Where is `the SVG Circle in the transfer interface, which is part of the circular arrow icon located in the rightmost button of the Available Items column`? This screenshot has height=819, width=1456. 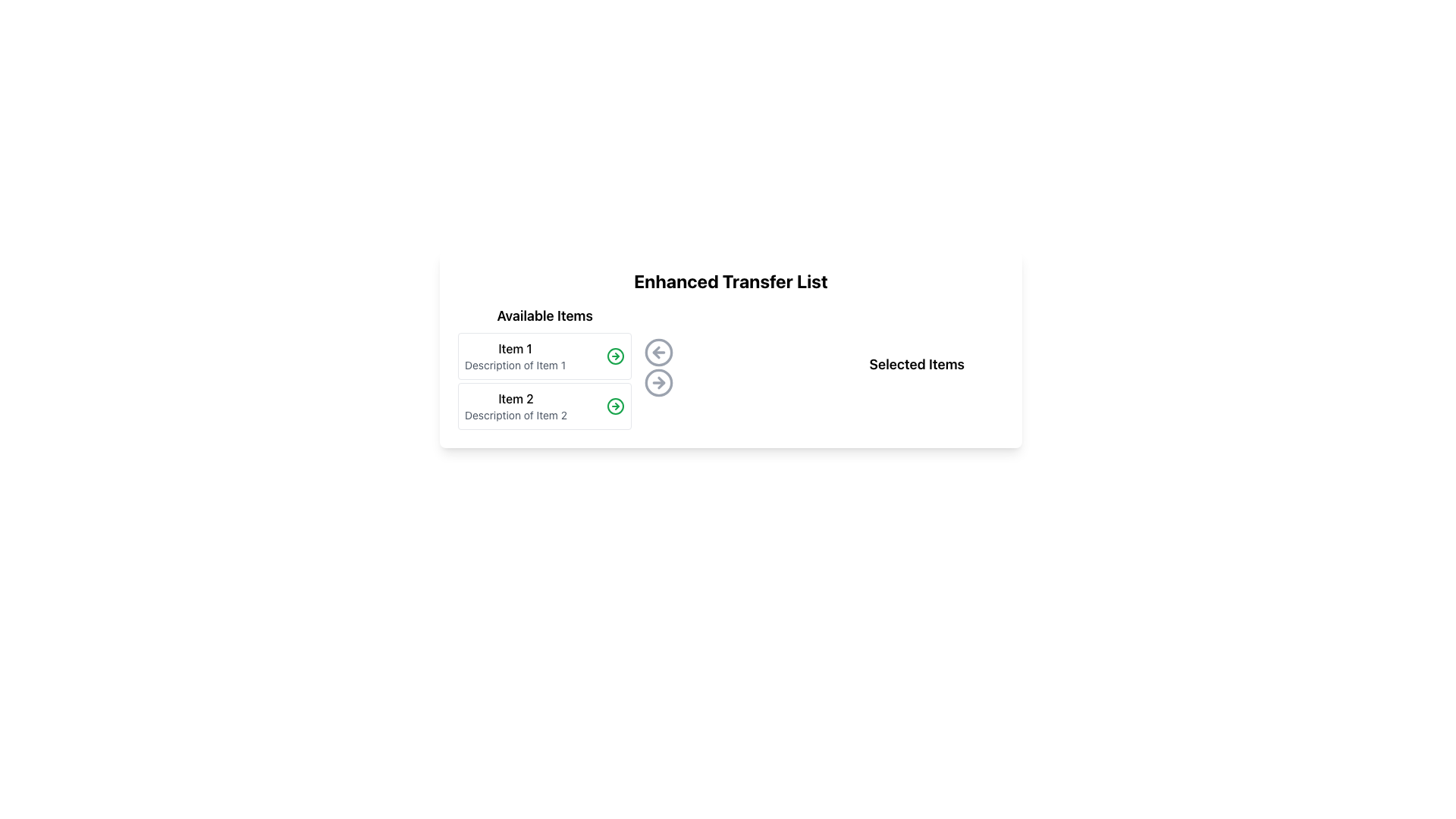 the SVG Circle in the transfer interface, which is part of the circular arrow icon located in the rightmost button of the Available Items column is located at coordinates (659, 382).